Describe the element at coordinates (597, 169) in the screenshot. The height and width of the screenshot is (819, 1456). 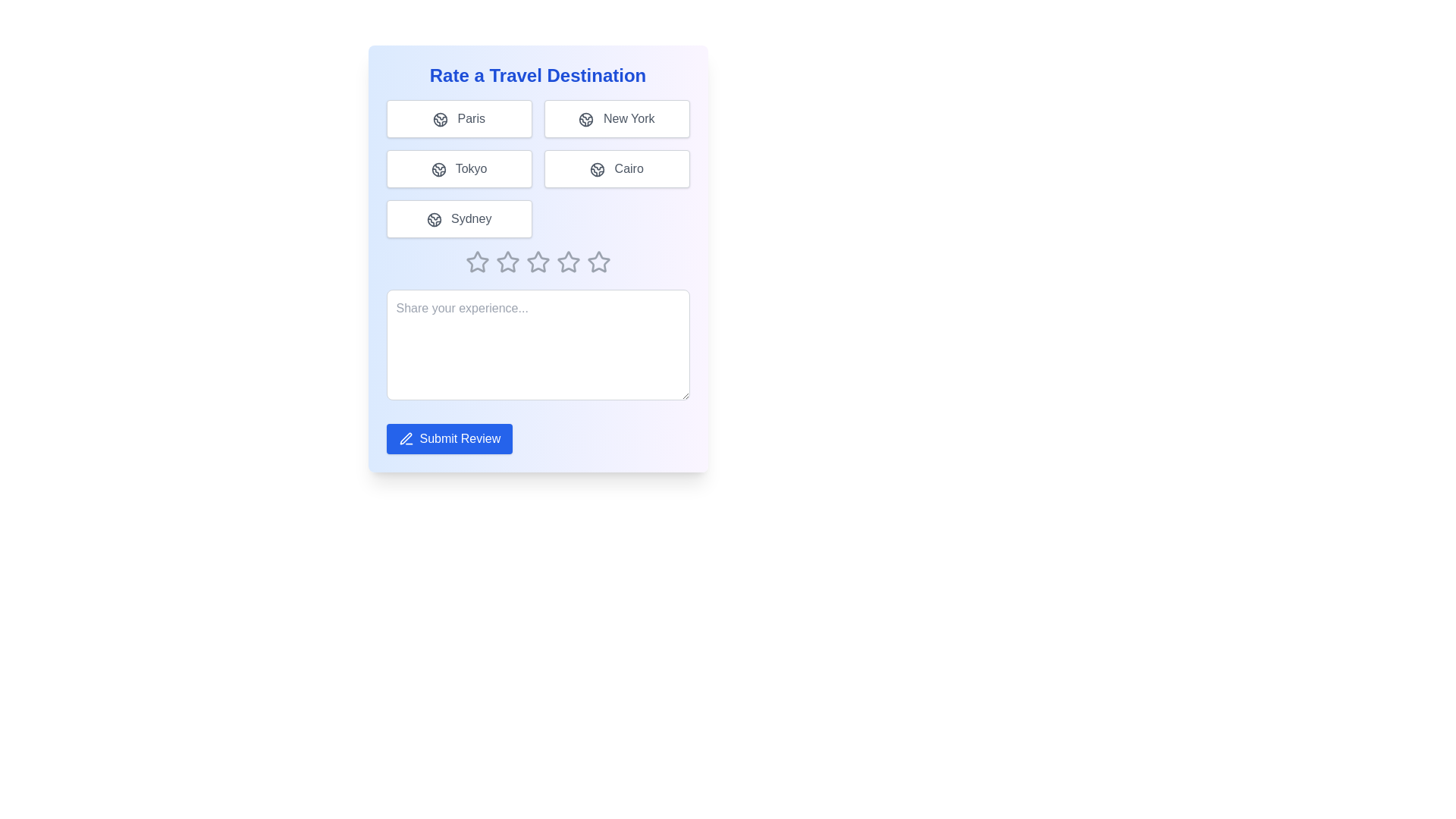
I see `the globe icon located to the left of the 'Cairo' text label inside the button for 'Cairo', positioned at the top-right corner of the grid of travel destinations` at that location.